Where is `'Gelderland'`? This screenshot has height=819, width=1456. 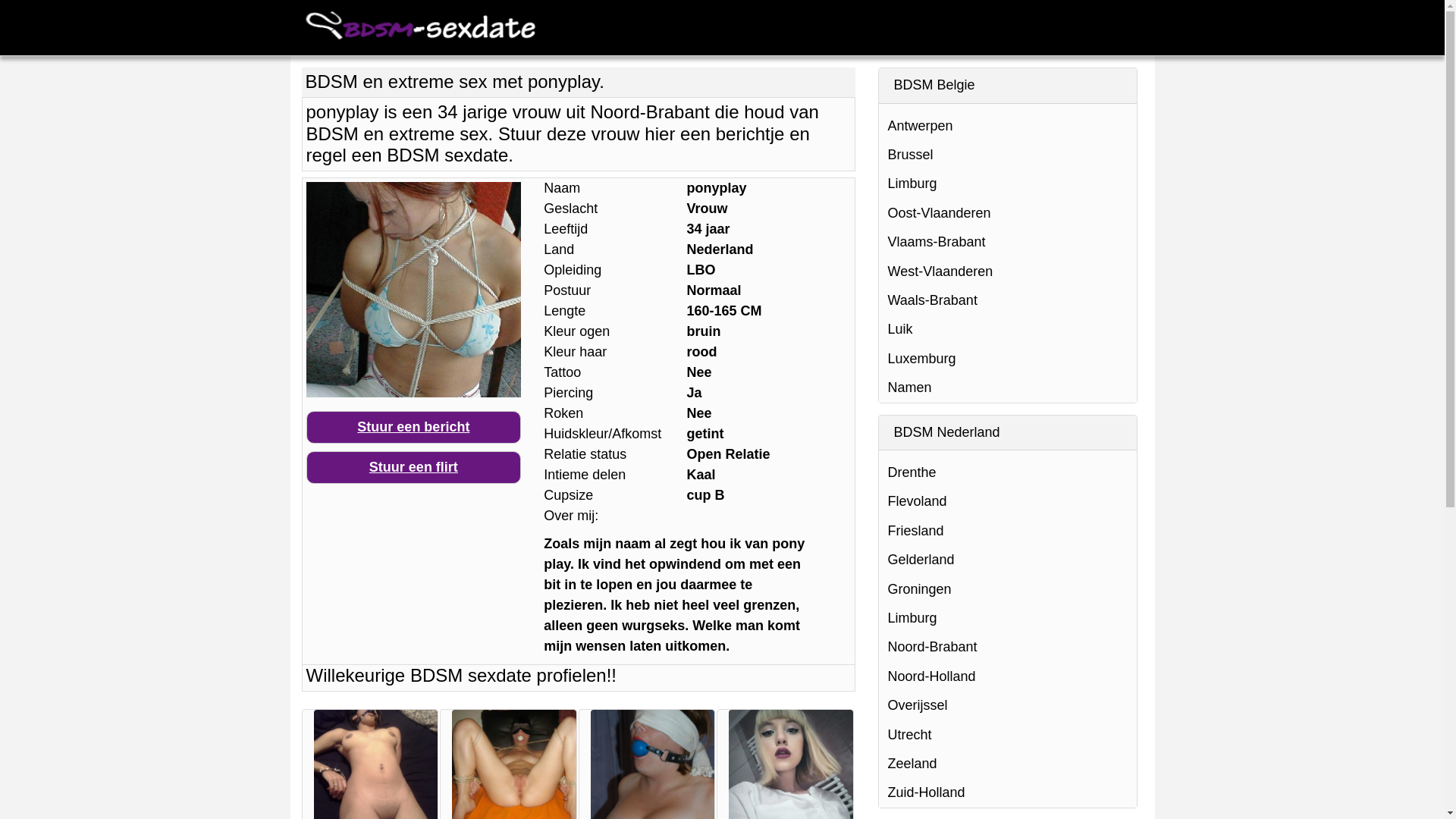
'Gelderland' is located at coordinates (1007, 559).